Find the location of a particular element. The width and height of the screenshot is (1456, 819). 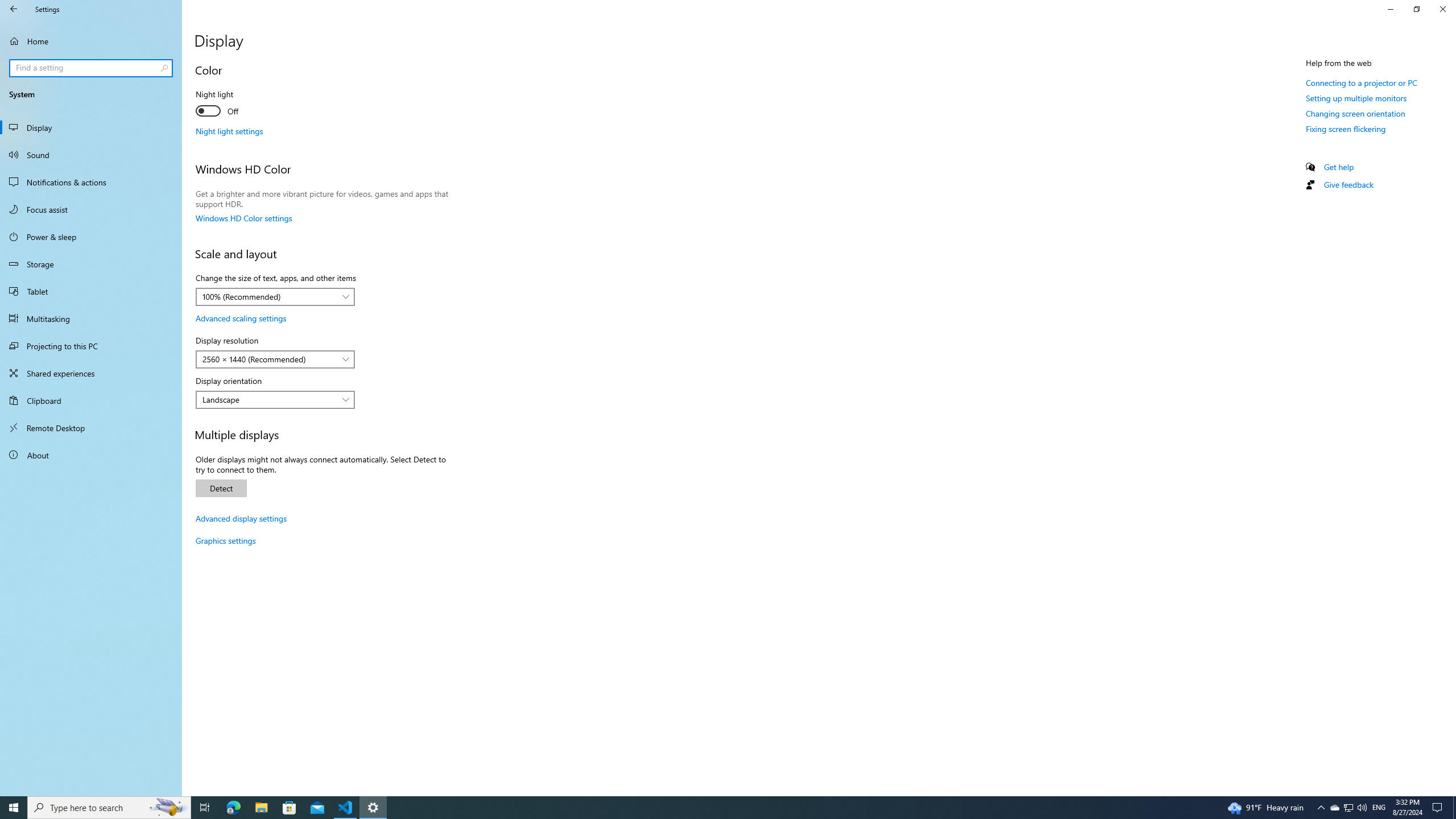

'Remote Desktop' is located at coordinates (90, 427).